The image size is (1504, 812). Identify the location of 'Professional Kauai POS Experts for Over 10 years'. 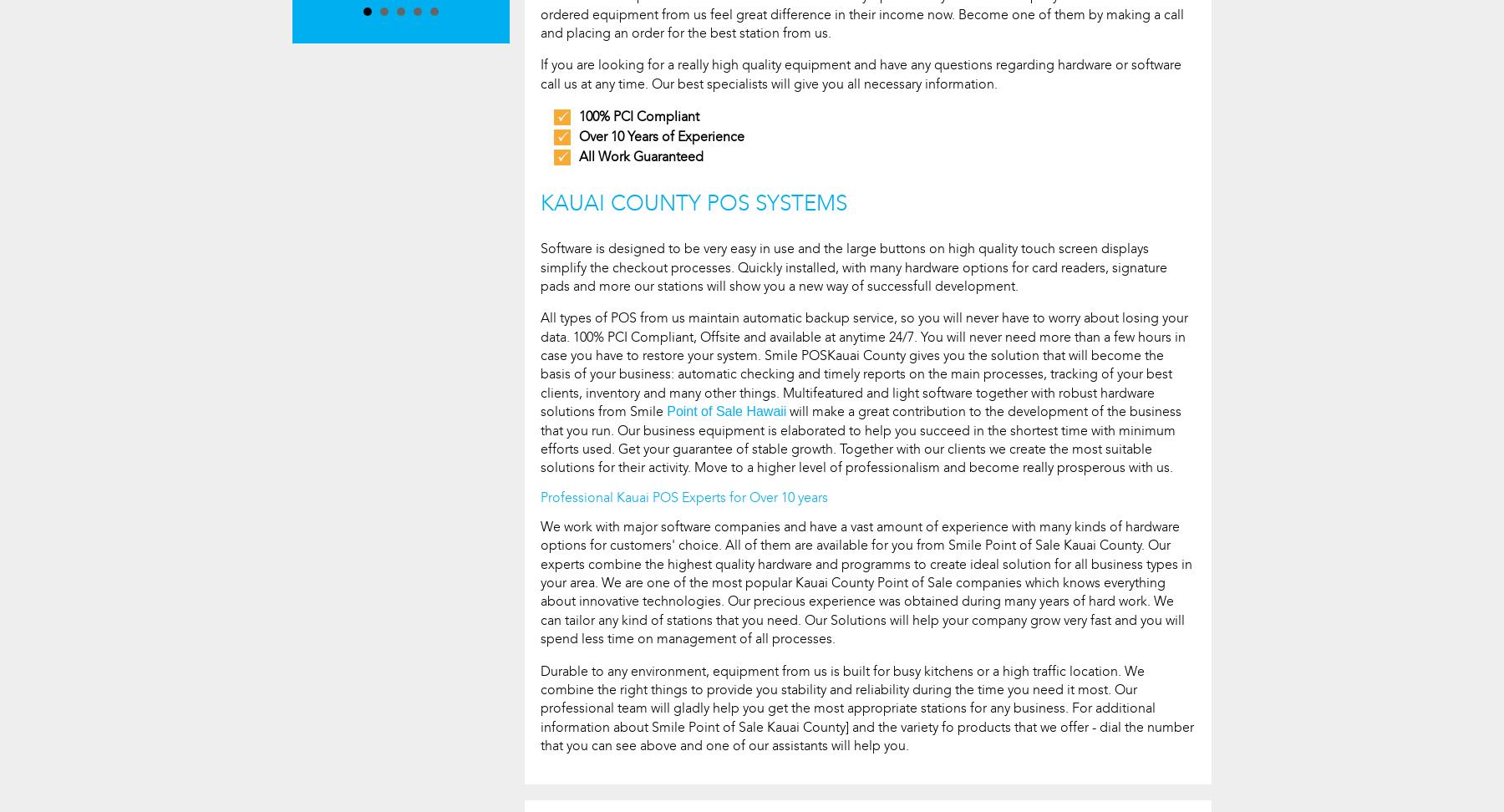
(684, 495).